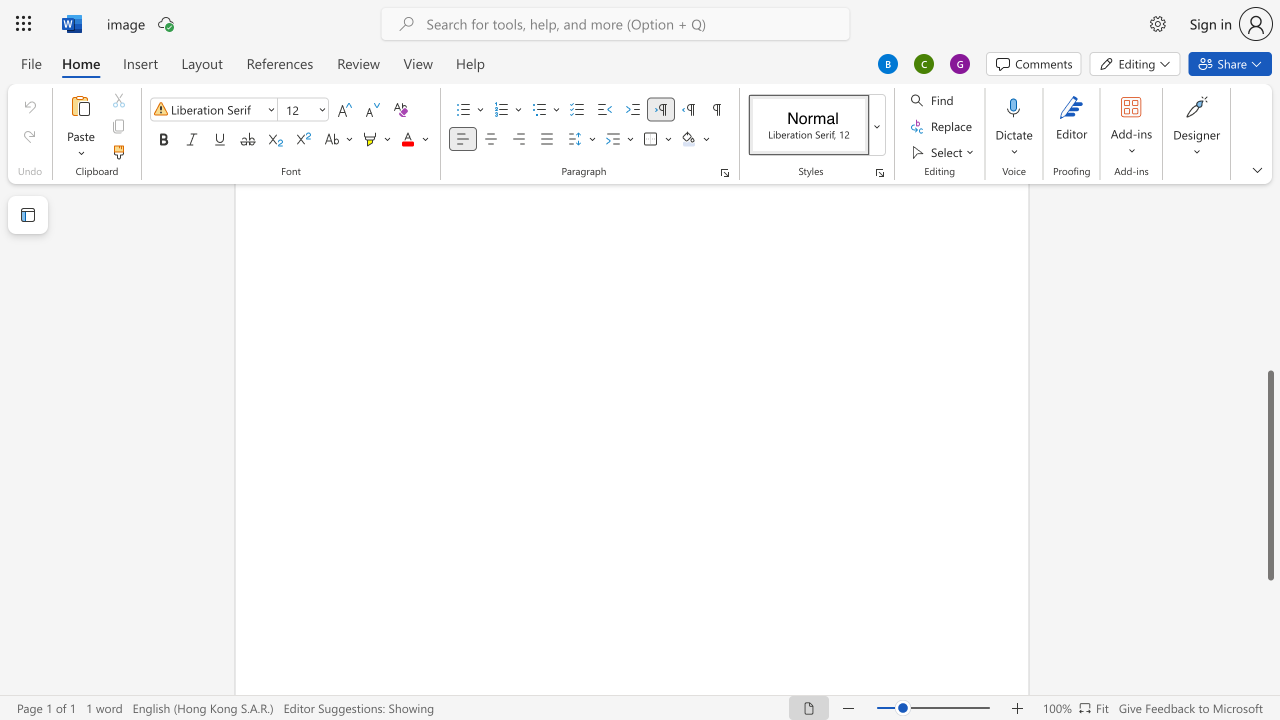  Describe the element at coordinates (1269, 280) in the screenshot. I see `the scrollbar on the right to move the page upward` at that location.